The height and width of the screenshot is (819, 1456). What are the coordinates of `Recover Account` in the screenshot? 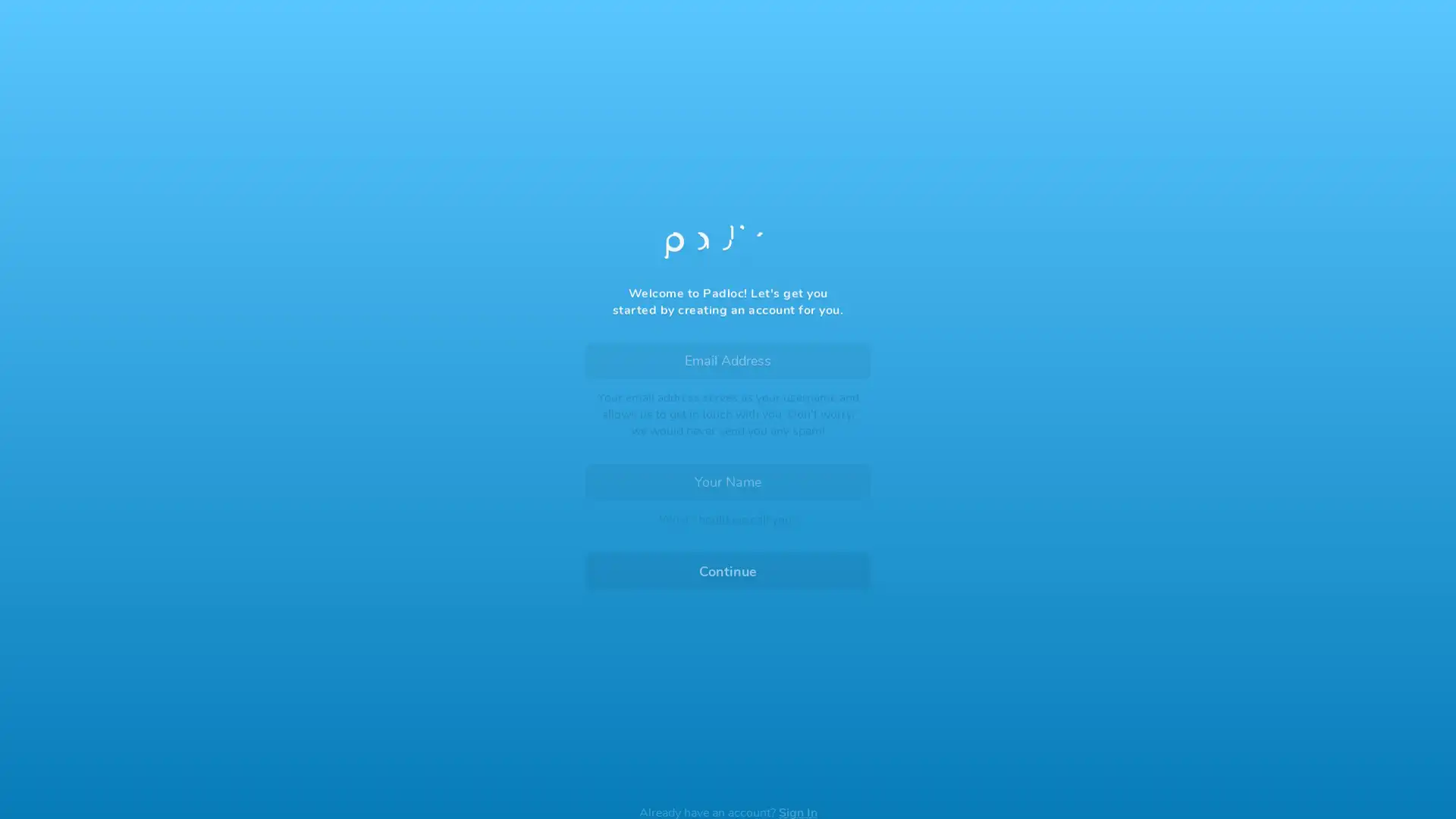 It's located at (728, 692).